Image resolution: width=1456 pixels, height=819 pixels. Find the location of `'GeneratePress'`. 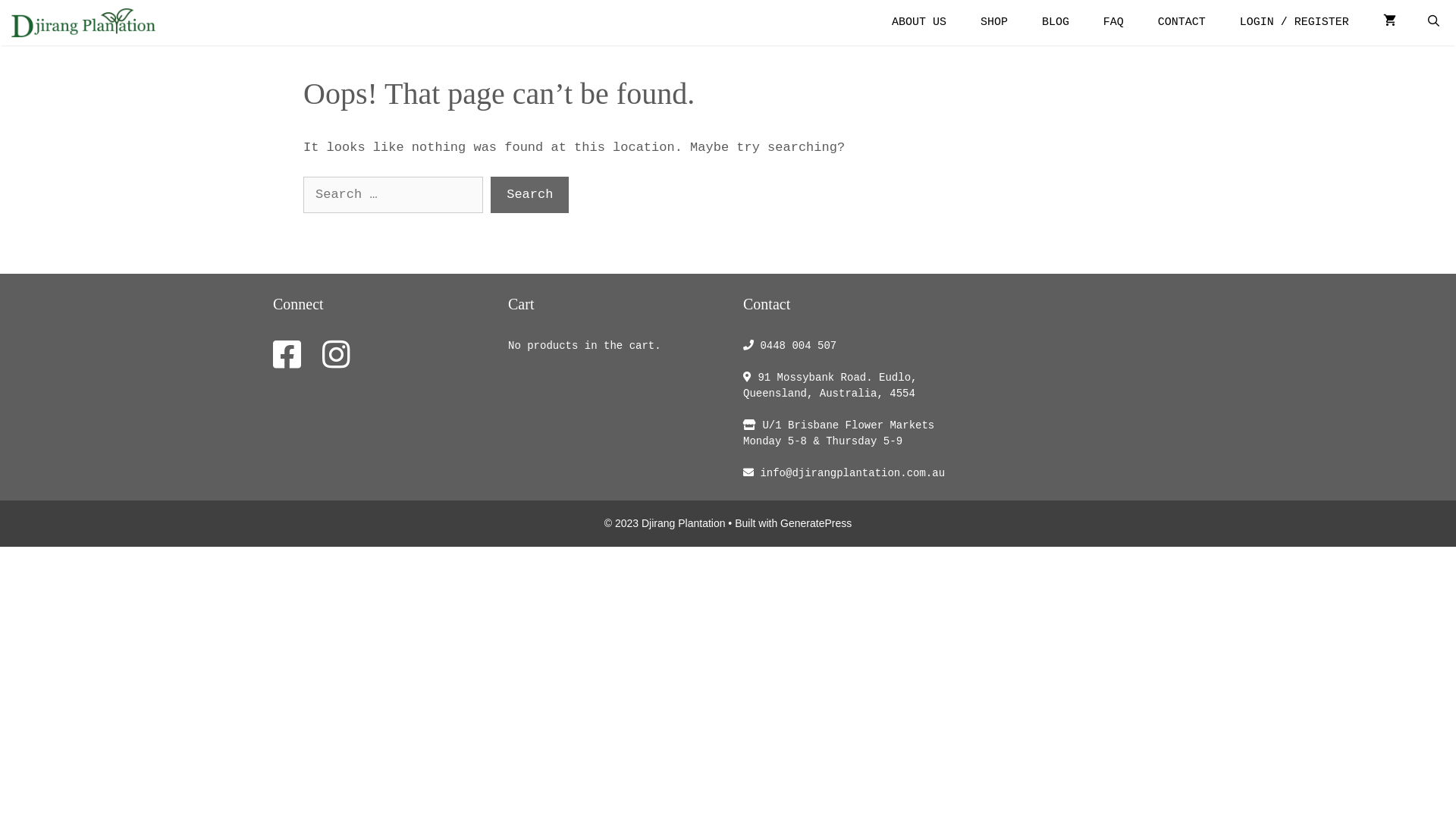

'GeneratePress' is located at coordinates (814, 522).